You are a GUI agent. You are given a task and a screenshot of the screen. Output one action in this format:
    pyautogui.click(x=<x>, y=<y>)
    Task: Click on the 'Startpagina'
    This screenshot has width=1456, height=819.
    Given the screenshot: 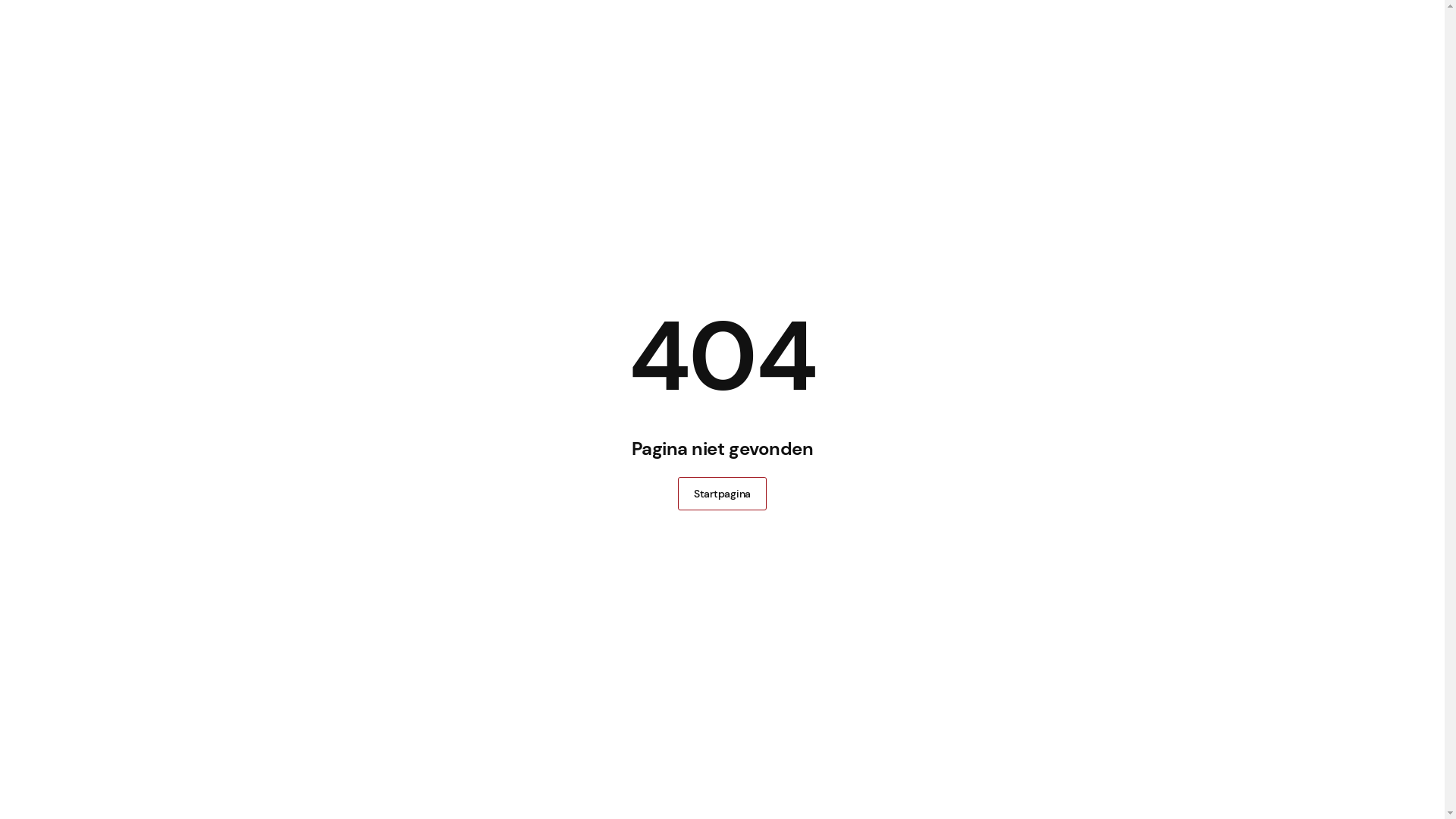 What is the action you would take?
    pyautogui.click(x=676, y=494)
    